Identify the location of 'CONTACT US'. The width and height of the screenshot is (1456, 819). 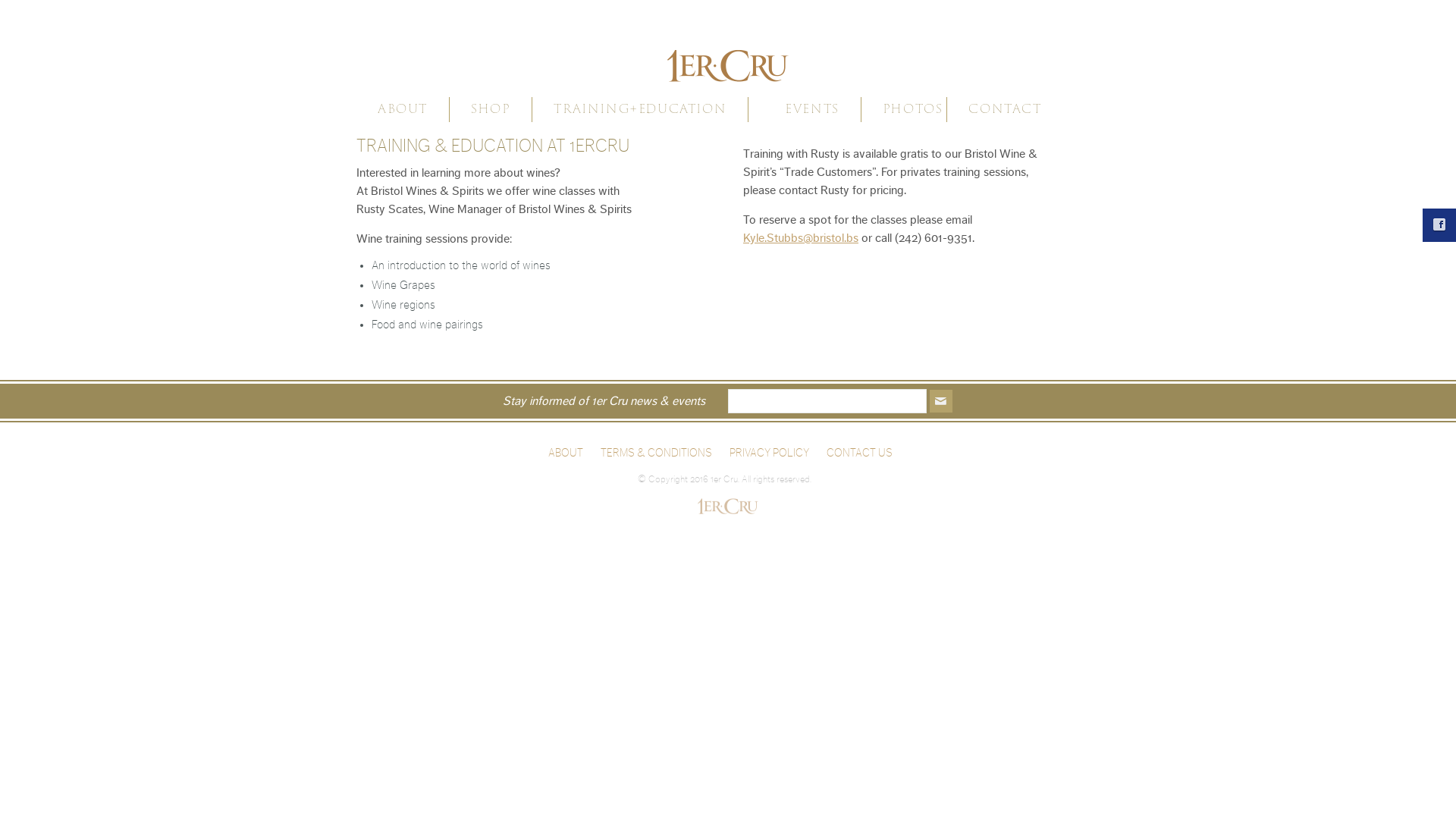
(825, 452).